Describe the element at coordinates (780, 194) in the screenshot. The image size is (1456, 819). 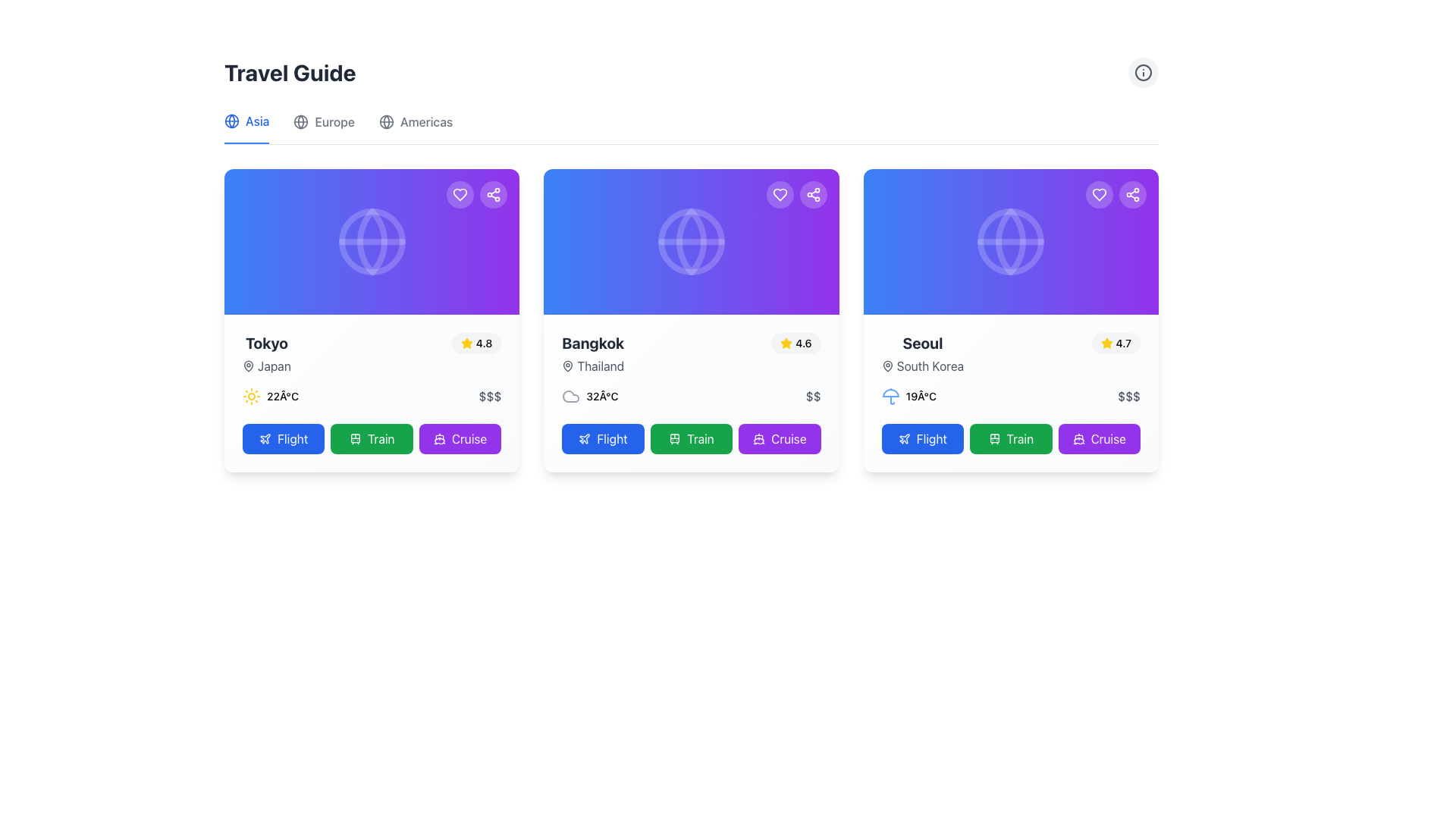
I see `the 'favorite' button located in the top-right section of the 'Bangkok' card` at that location.